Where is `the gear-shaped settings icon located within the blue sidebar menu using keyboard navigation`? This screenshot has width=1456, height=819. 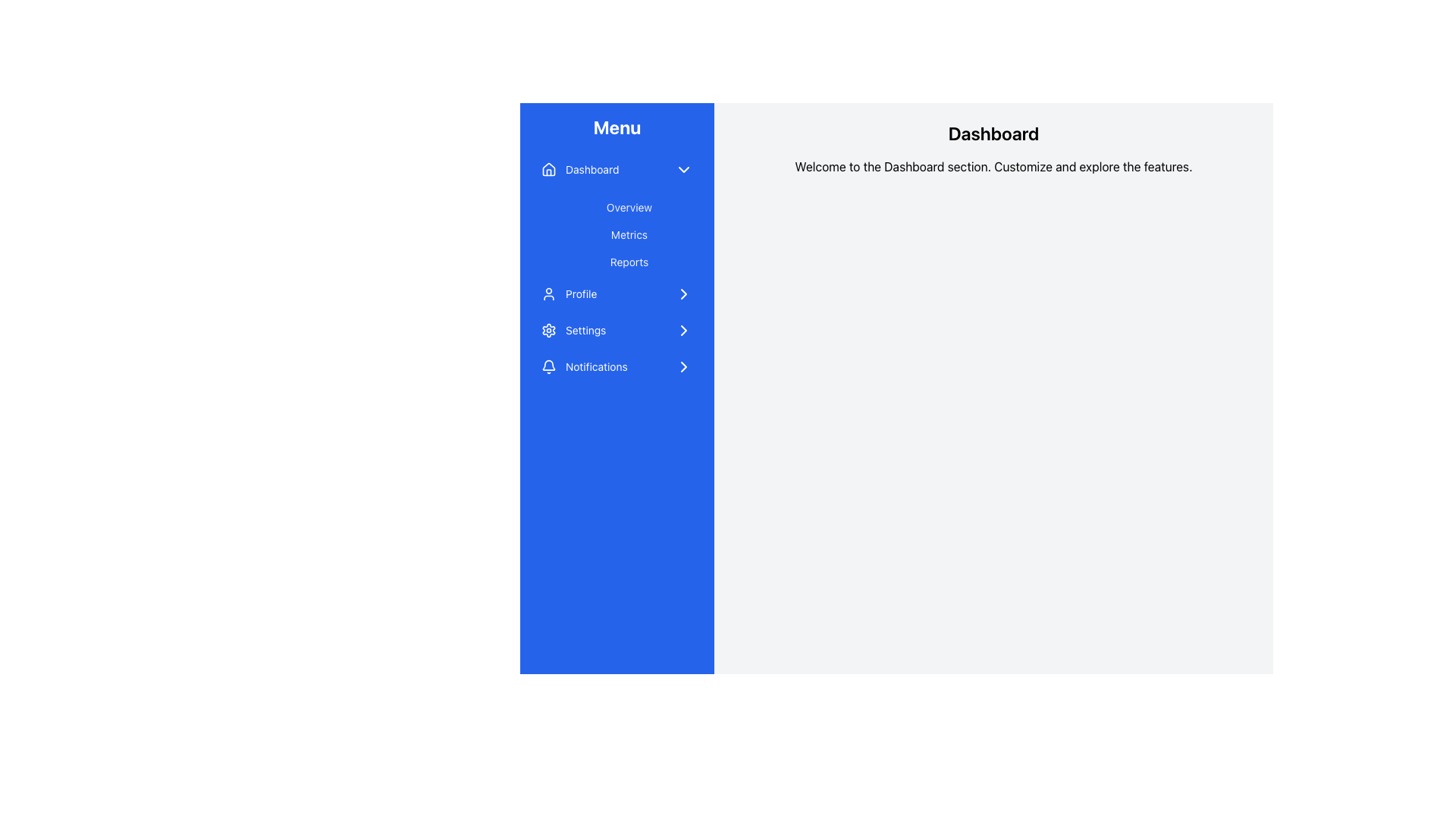 the gear-shaped settings icon located within the blue sidebar menu using keyboard navigation is located at coordinates (548, 329).